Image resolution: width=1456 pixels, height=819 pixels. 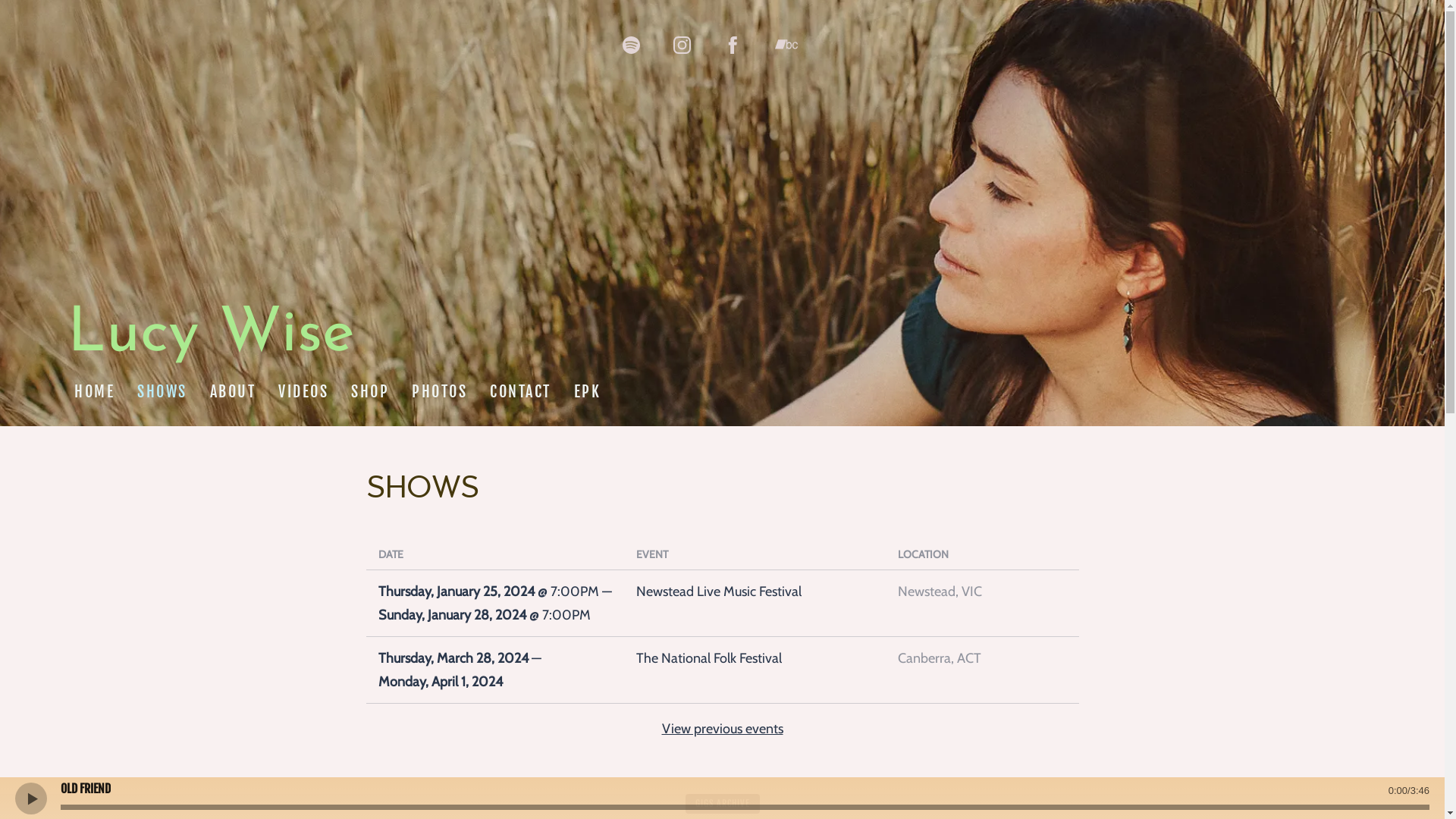 What do you see at coordinates (722, 803) in the screenshot?
I see `'GIGS ARCHIVE'` at bounding box center [722, 803].